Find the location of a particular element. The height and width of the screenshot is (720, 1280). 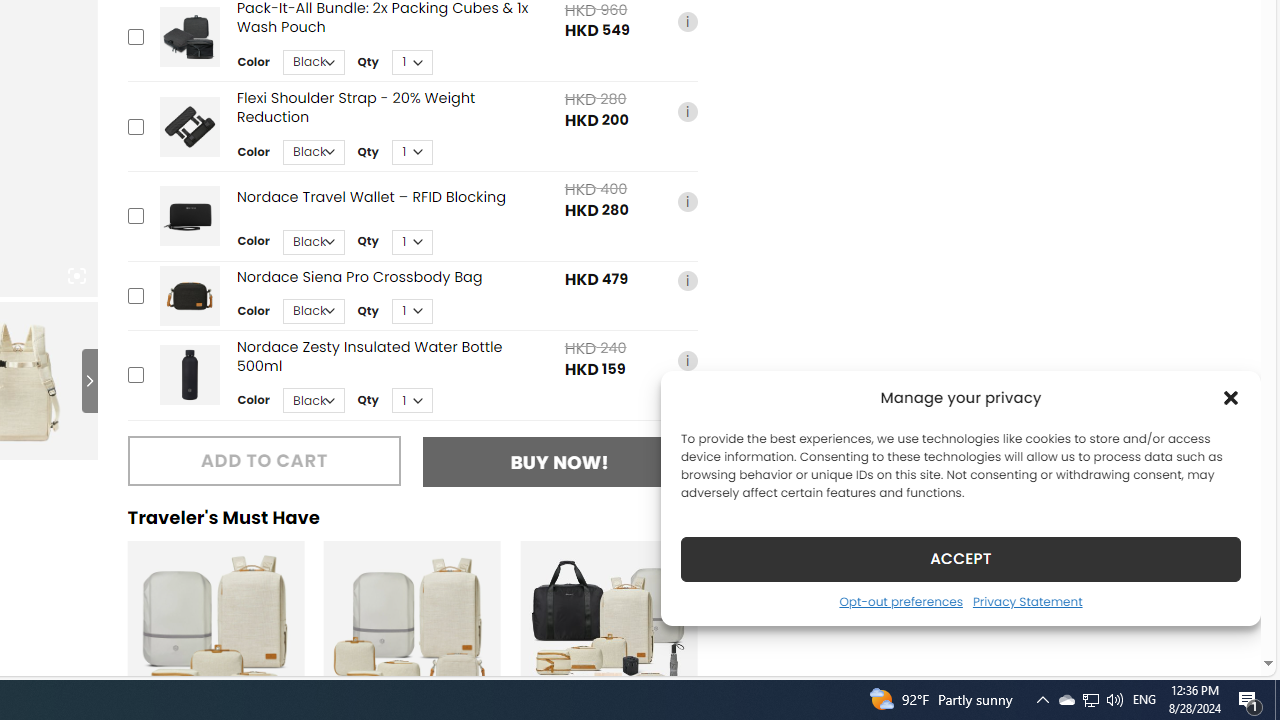

'Class: iconic-woothumbs-fullscreen' is located at coordinates (76, 276).